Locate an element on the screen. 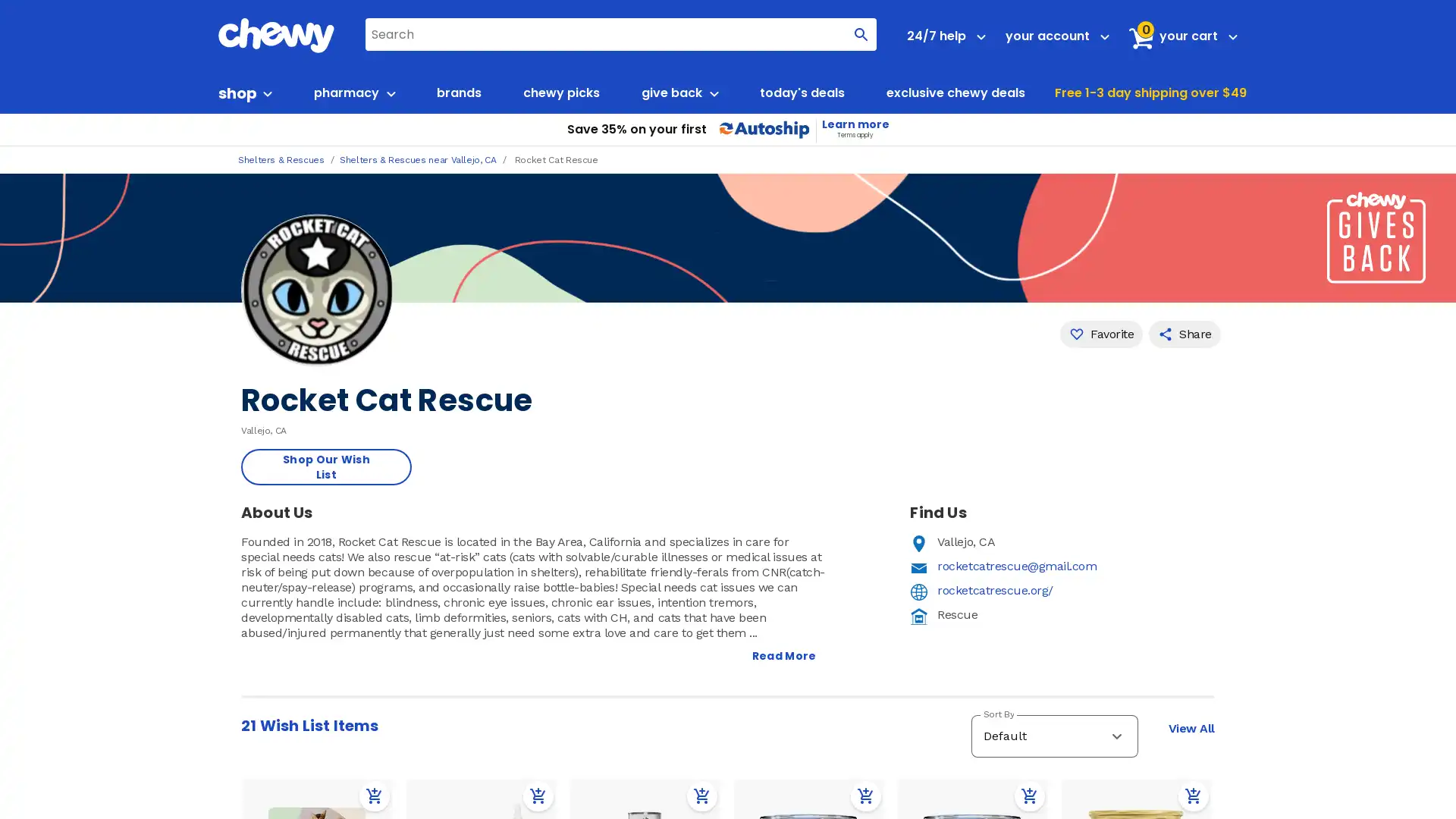 Image resolution: width=1456 pixels, height=819 pixels. Favorite is located at coordinates (1101, 333).